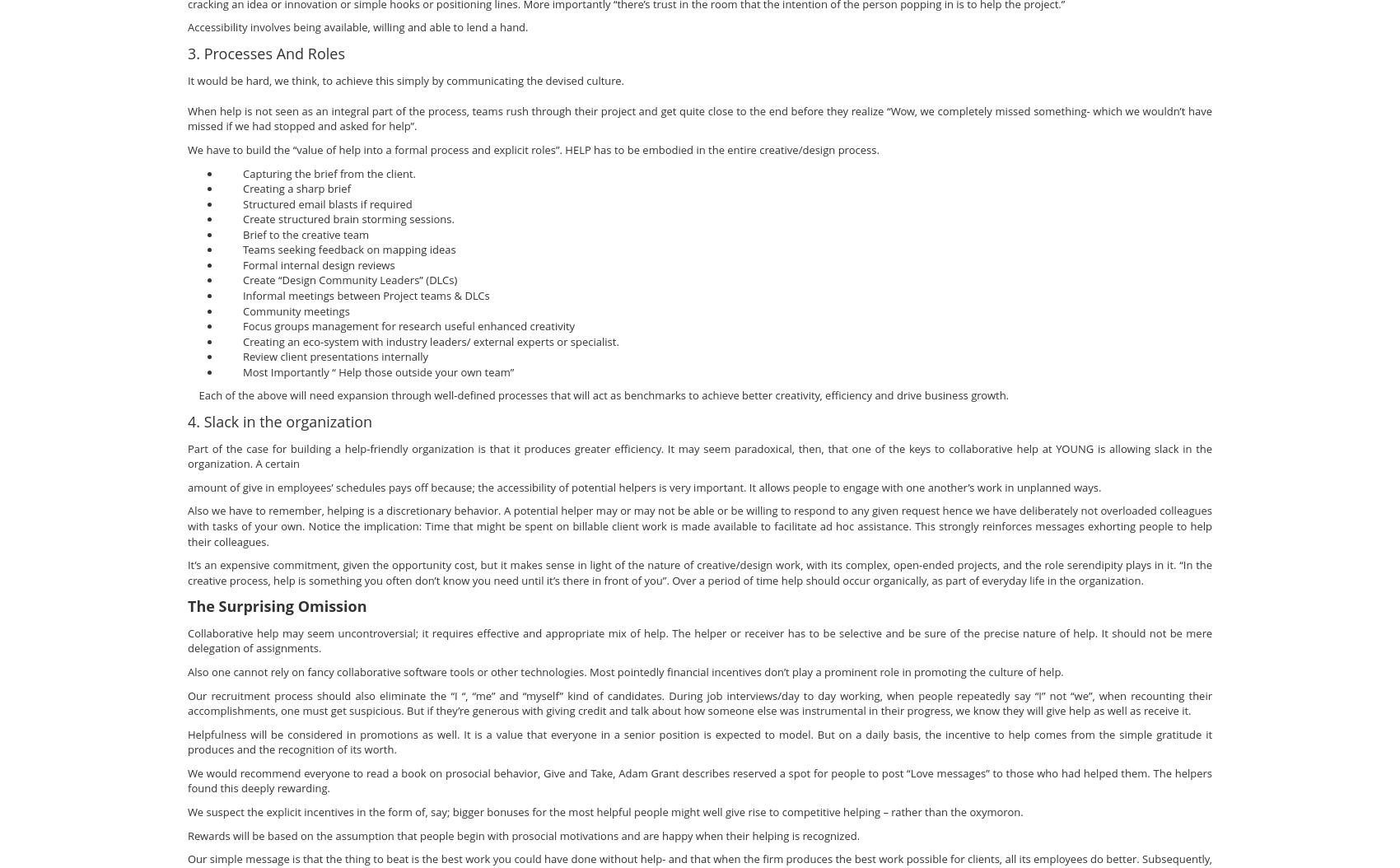 This screenshot has width=1400, height=868. Describe the element at coordinates (283, 310) in the screenshot. I see `'Community meetings'` at that location.